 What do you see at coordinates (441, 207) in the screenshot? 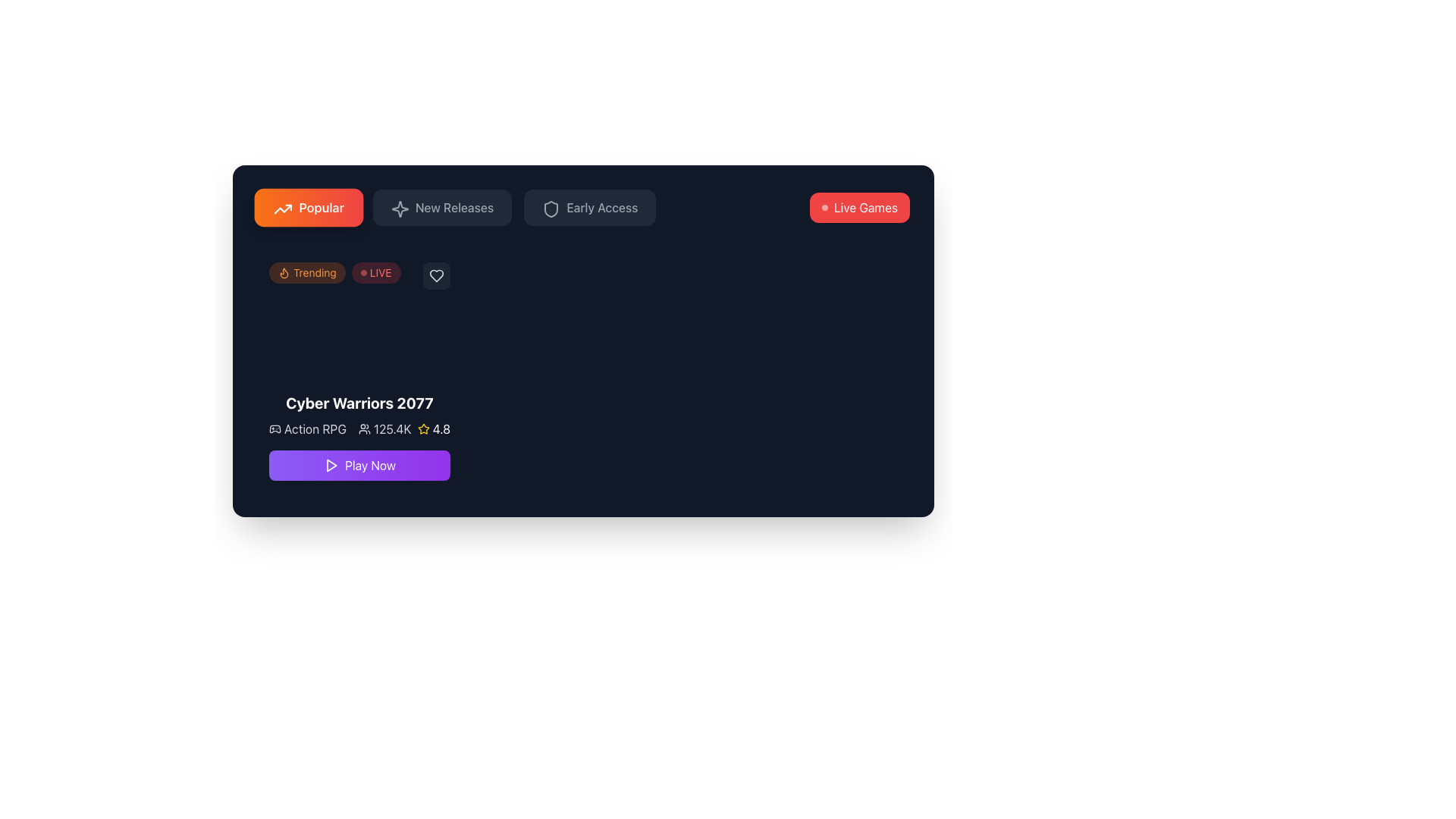
I see `the 'New Releases' button, which is a rectangular button with rounded corners, dark gray background, and a star icon to its left` at bounding box center [441, 207].